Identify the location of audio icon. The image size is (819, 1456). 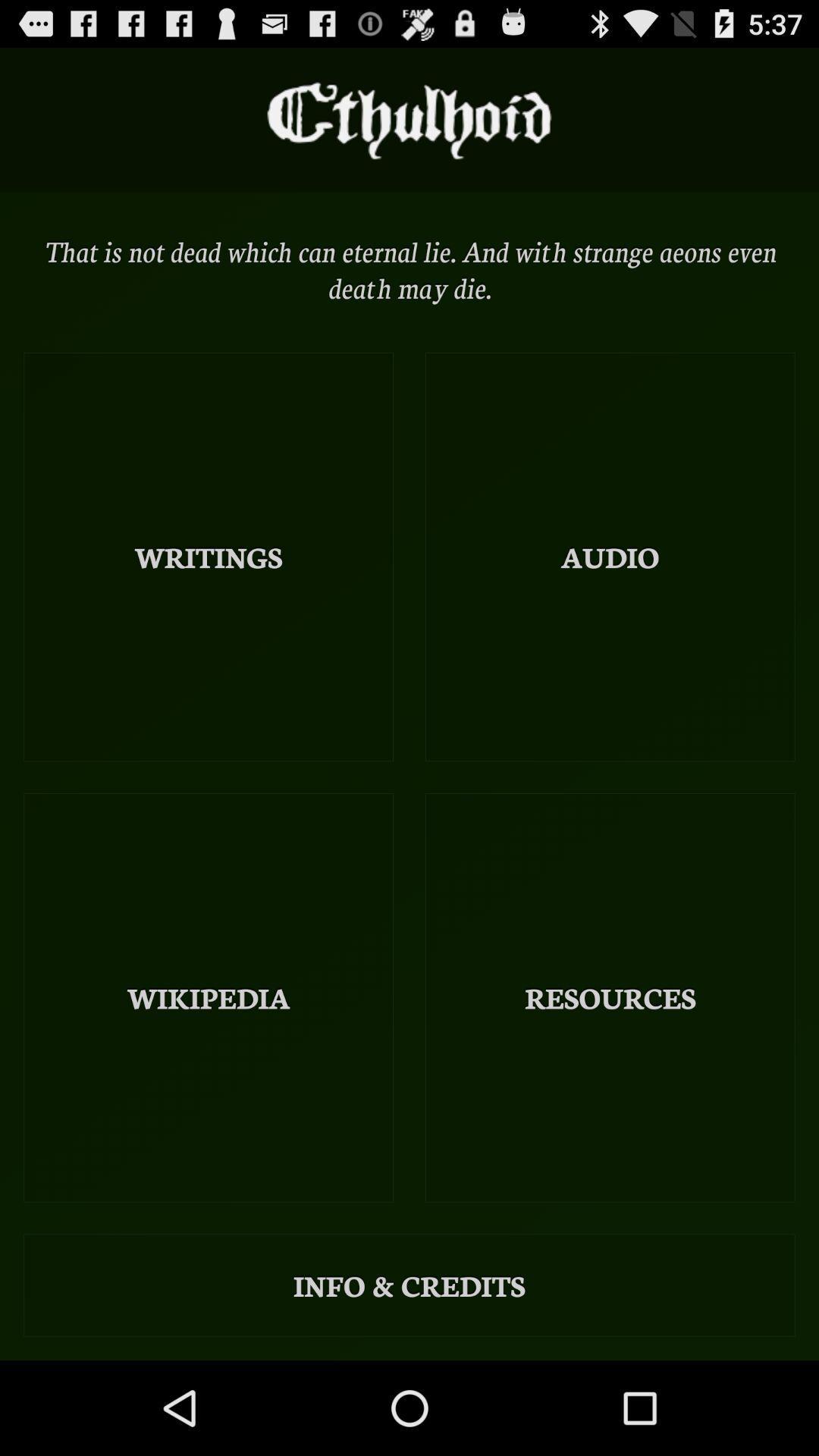
(609, 556).